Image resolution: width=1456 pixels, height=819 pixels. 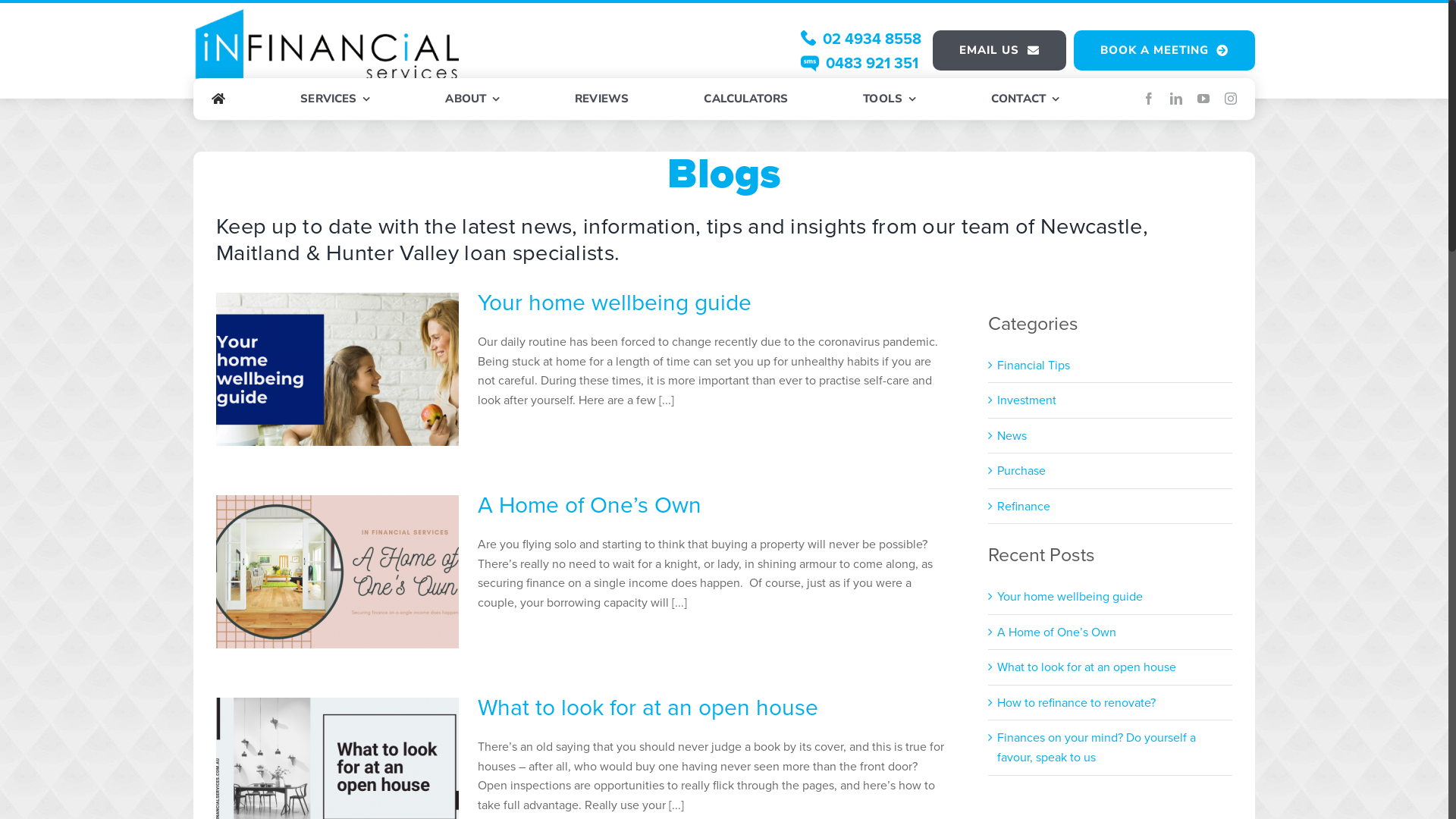 I want to click on '02 4934 8558', so click(x=861, y=37).